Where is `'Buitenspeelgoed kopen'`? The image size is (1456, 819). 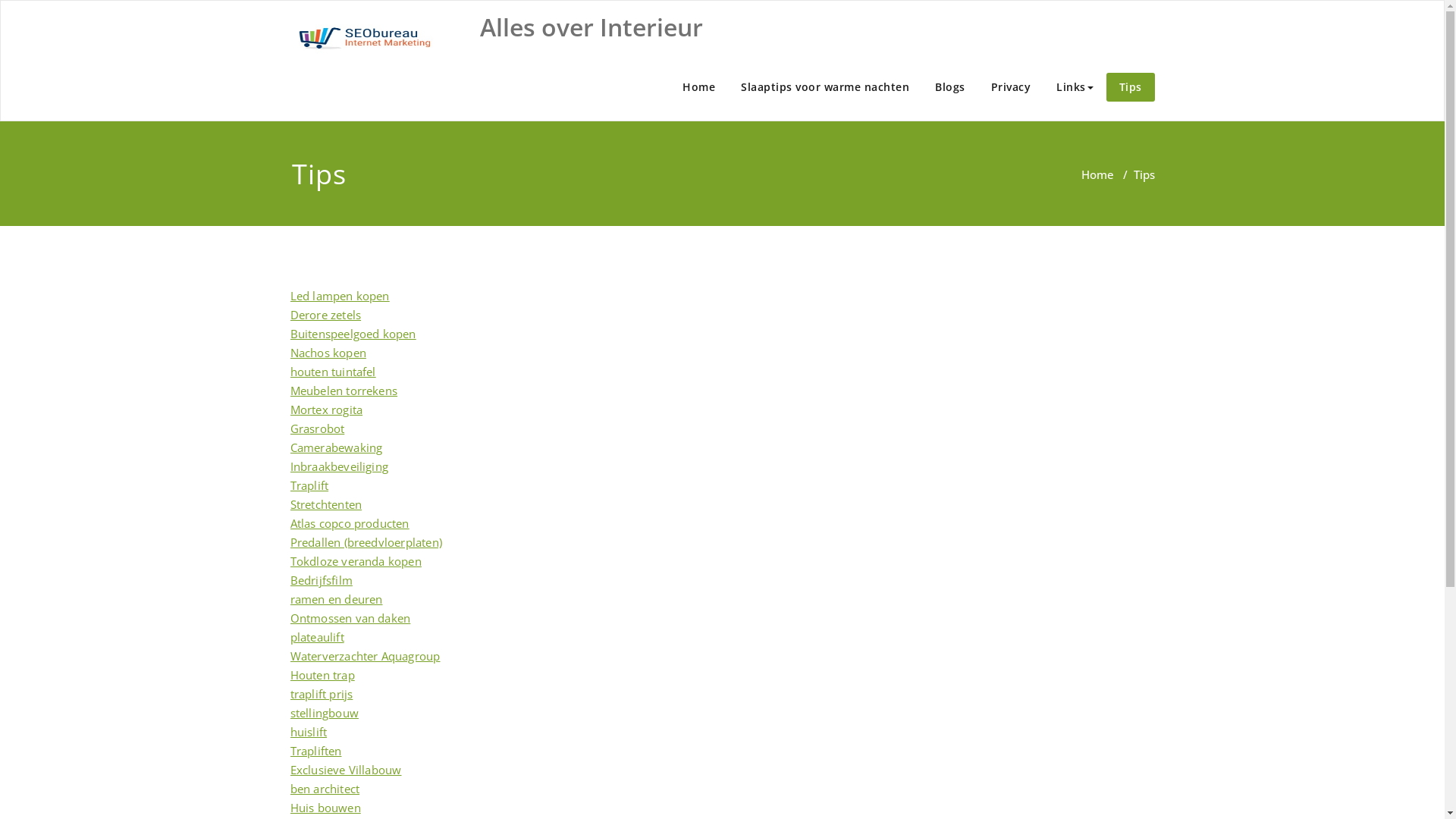 'Buitenspeelgoed kopen' is located at coordinates (290, 332).